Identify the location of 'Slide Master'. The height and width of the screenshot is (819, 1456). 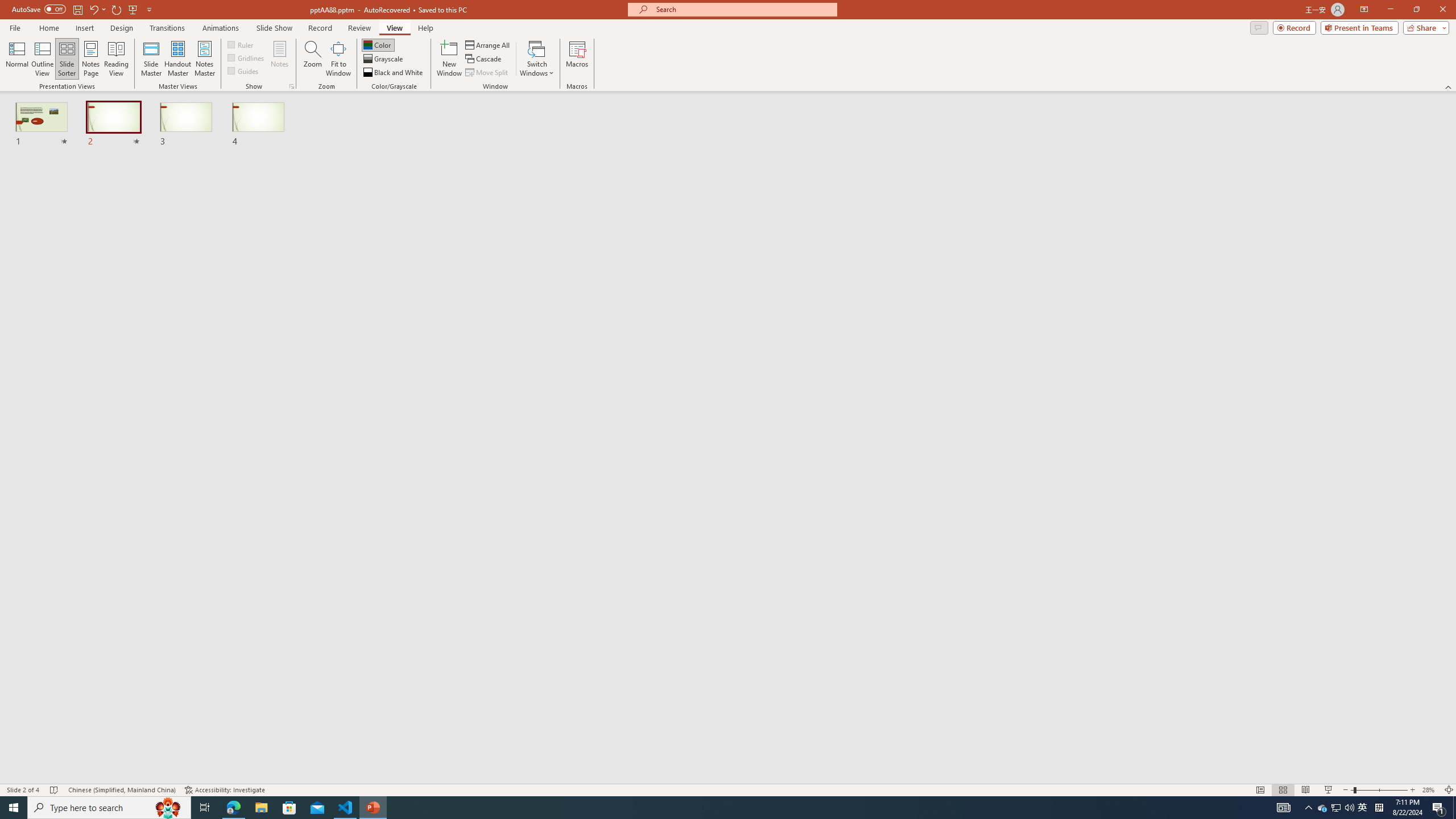
(151, 59).